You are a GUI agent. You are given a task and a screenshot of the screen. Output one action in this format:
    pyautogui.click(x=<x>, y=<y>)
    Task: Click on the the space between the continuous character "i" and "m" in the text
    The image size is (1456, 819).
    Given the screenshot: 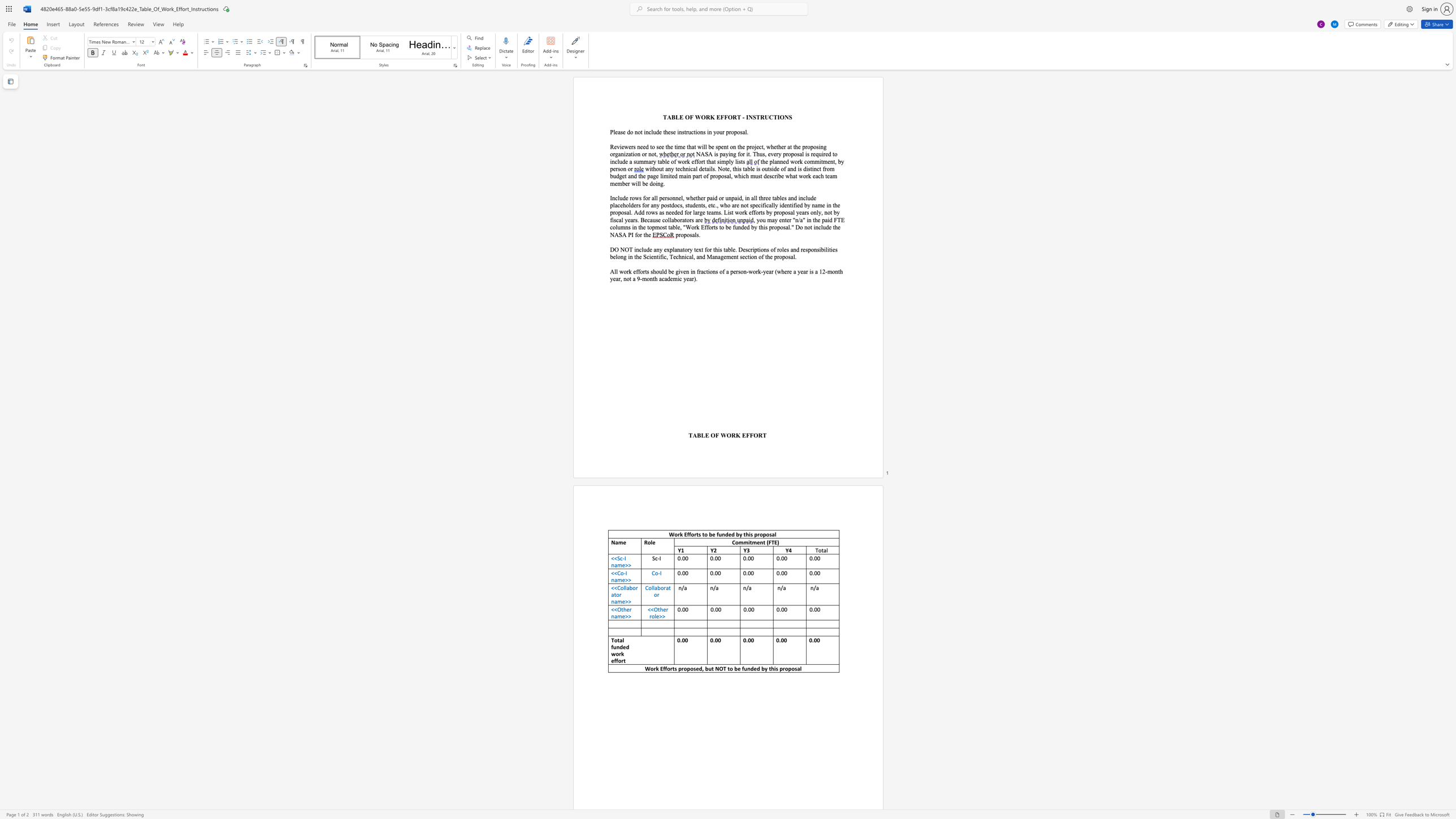 What is the action you would take?
    pyautogui.click(x=721, y=161)
    